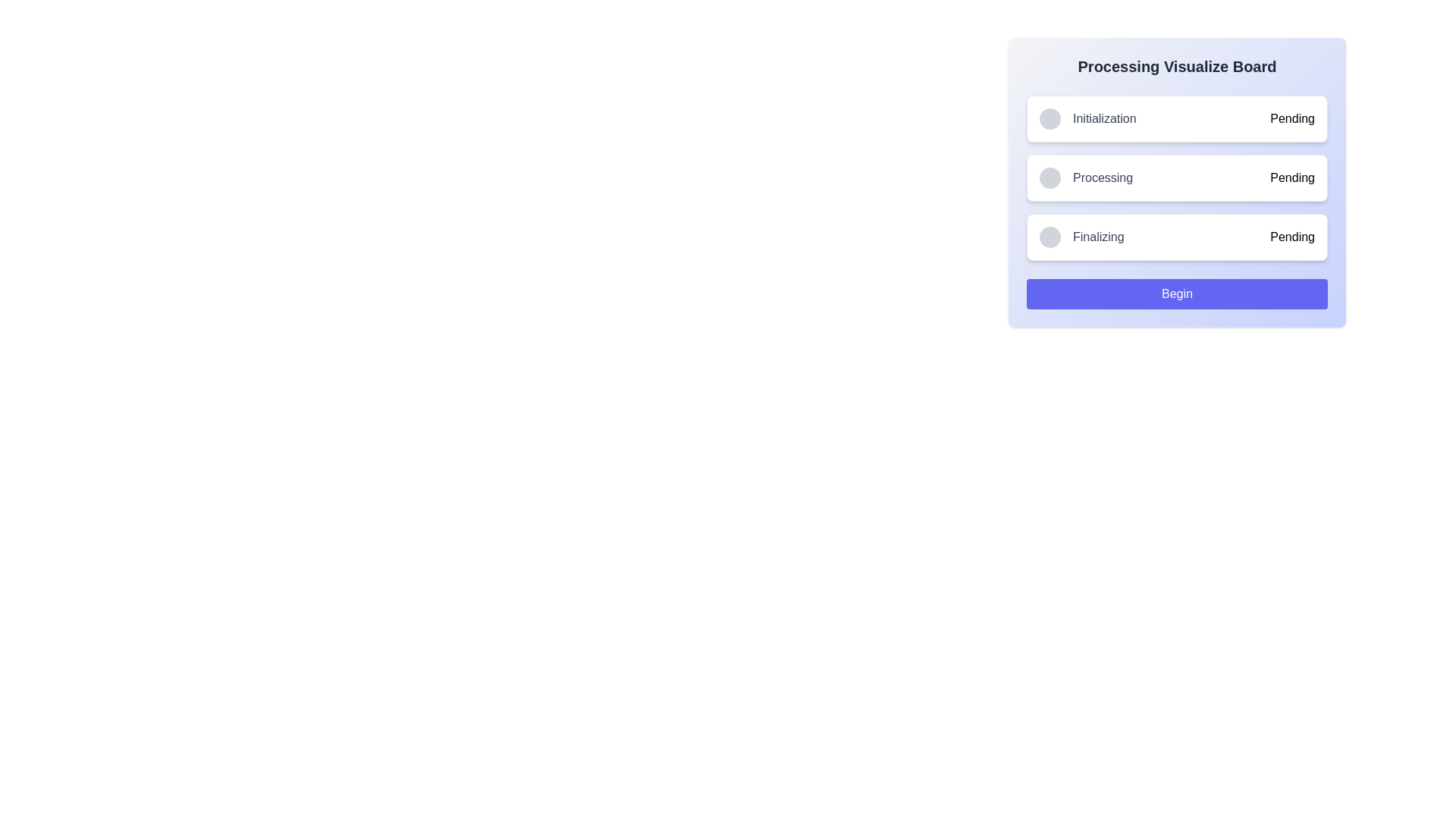  Describe the element at coordinates (1176, 177) in the screenshot. I see `the visual status of the 'Processing' step in the status indicator panel, which is centrally located below the 'Processing Visualize Board' title and above the 'Begin' button` at that location.